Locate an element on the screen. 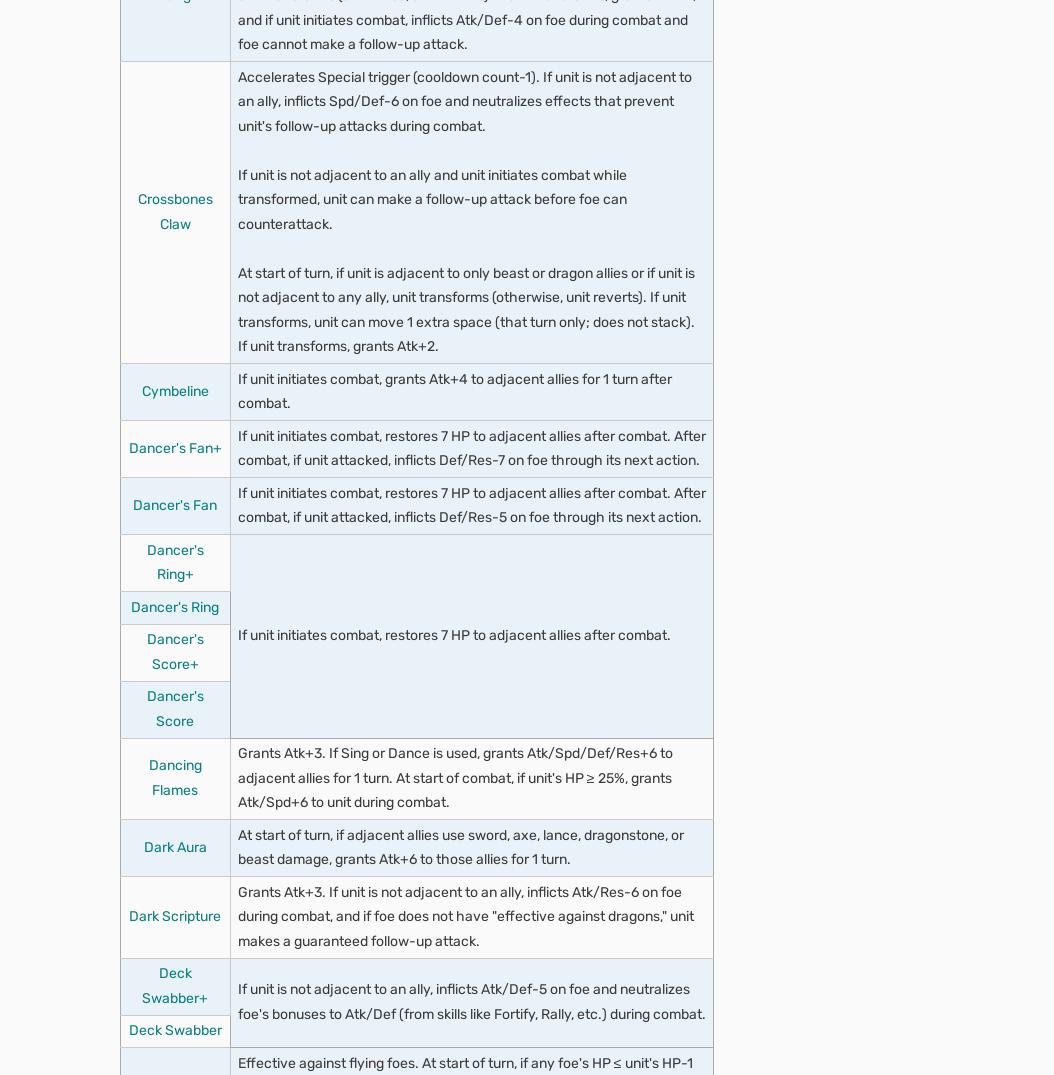  'Grants Def/Res +3 to adjacent allies during combat.' is located at coordinates (424, 373).